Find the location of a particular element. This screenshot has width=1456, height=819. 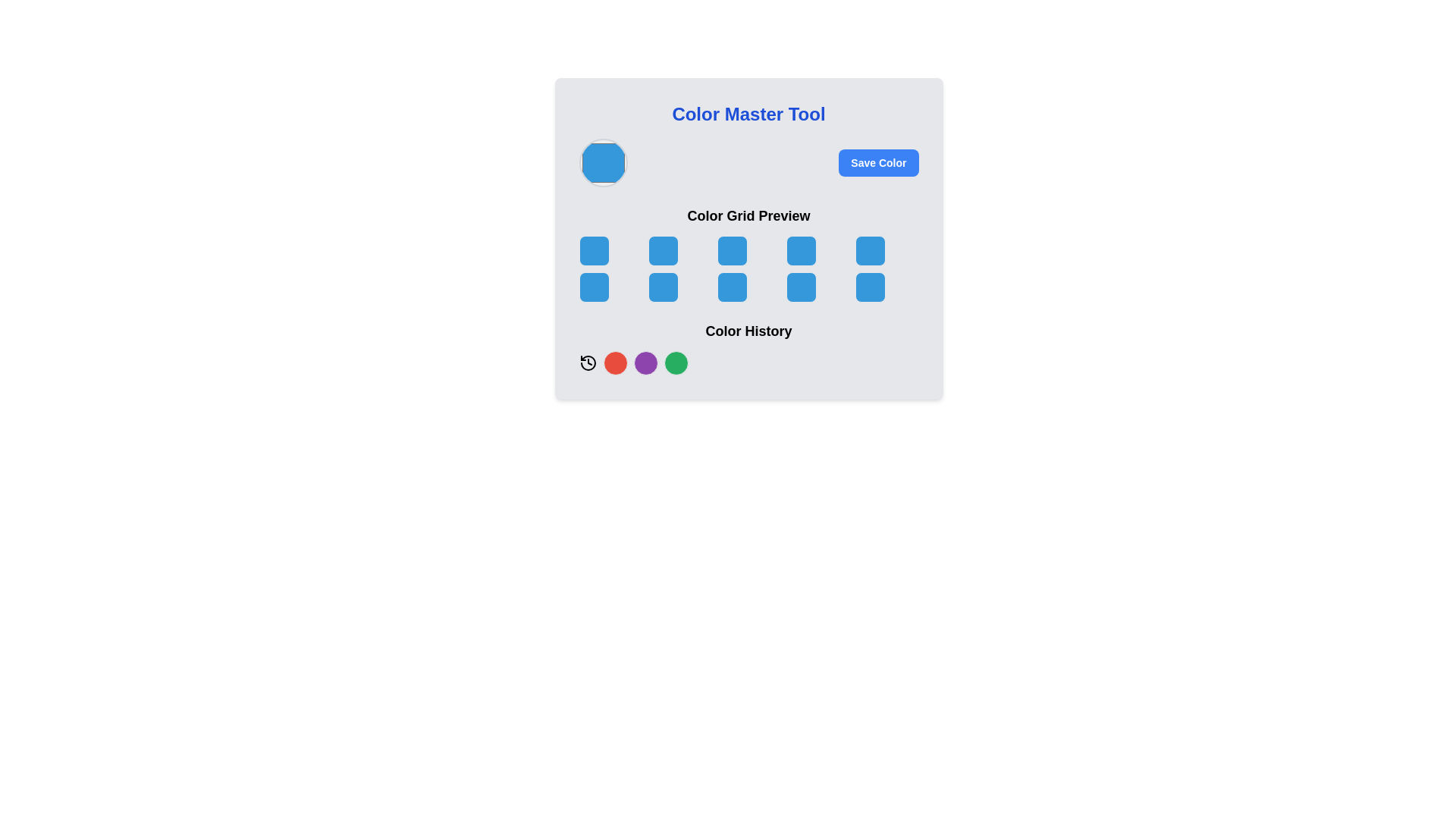

the square button-like UI component styled as a blue box located in the second row, second column of the grid is located at coordinates (663, 287).